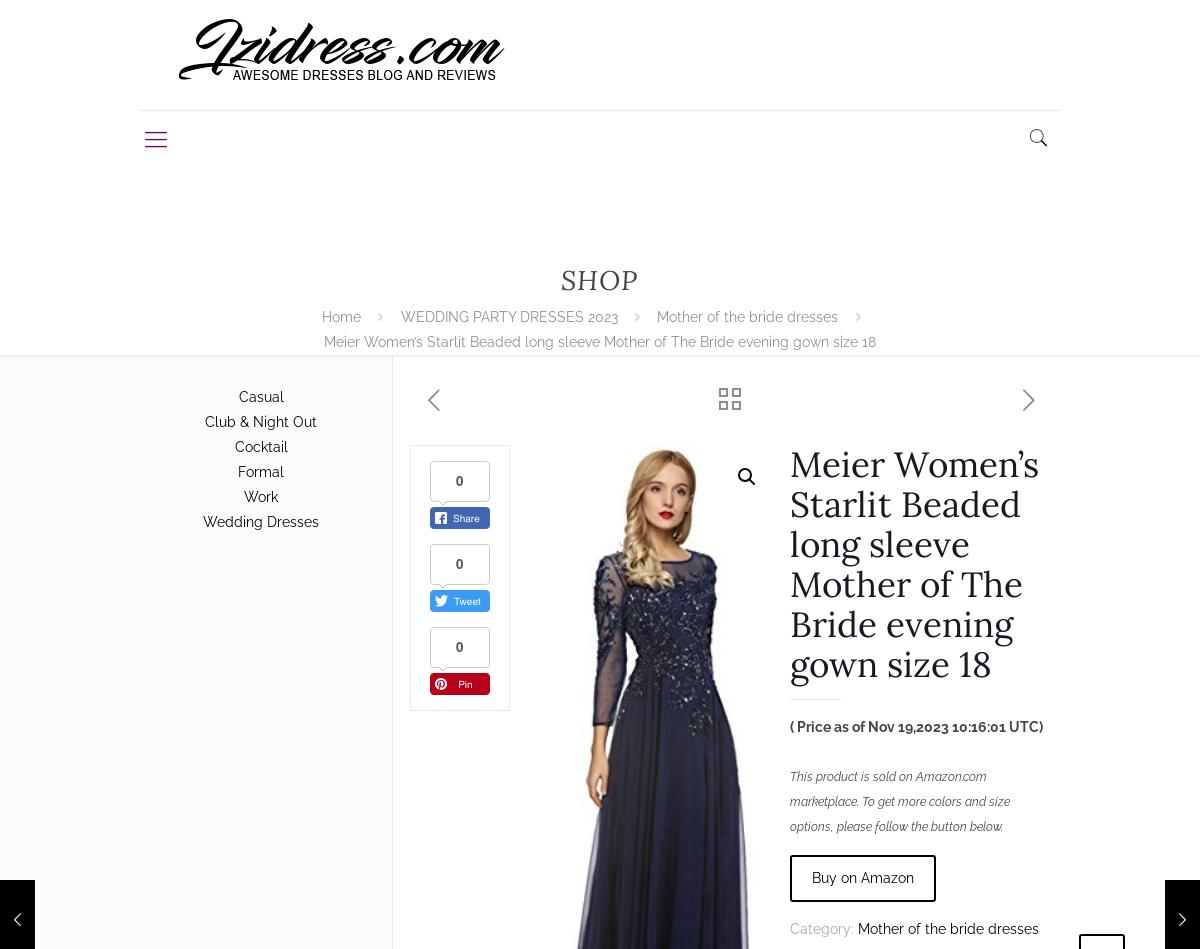 Image resolution: width=1200 pixels, height=949 pixels. I want to click on 'Club & Night Out', so click(260, 422).